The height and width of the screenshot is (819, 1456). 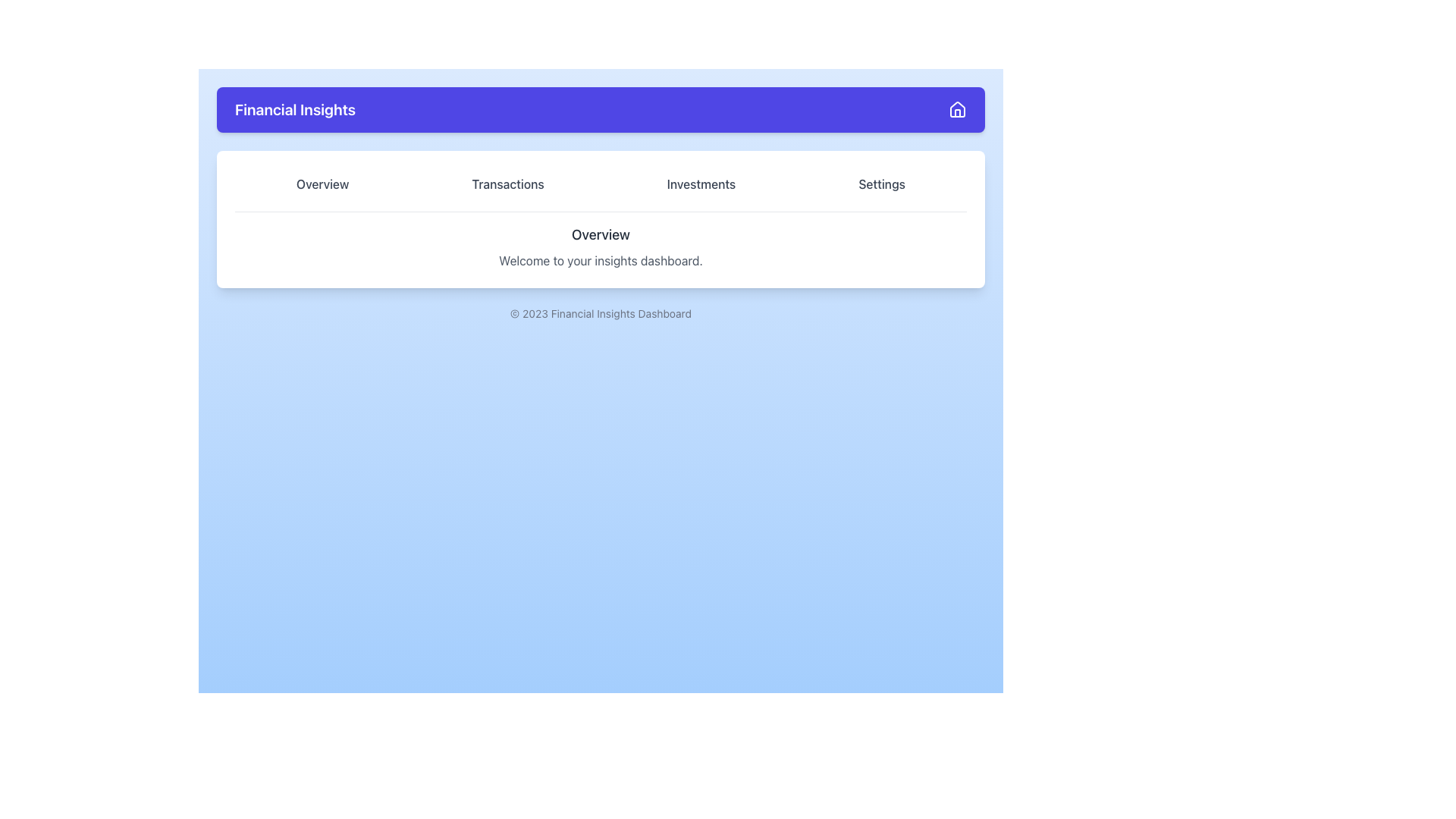 I want to click on the 'Investments' tab in the menu bar, so click(x=701, y=184).